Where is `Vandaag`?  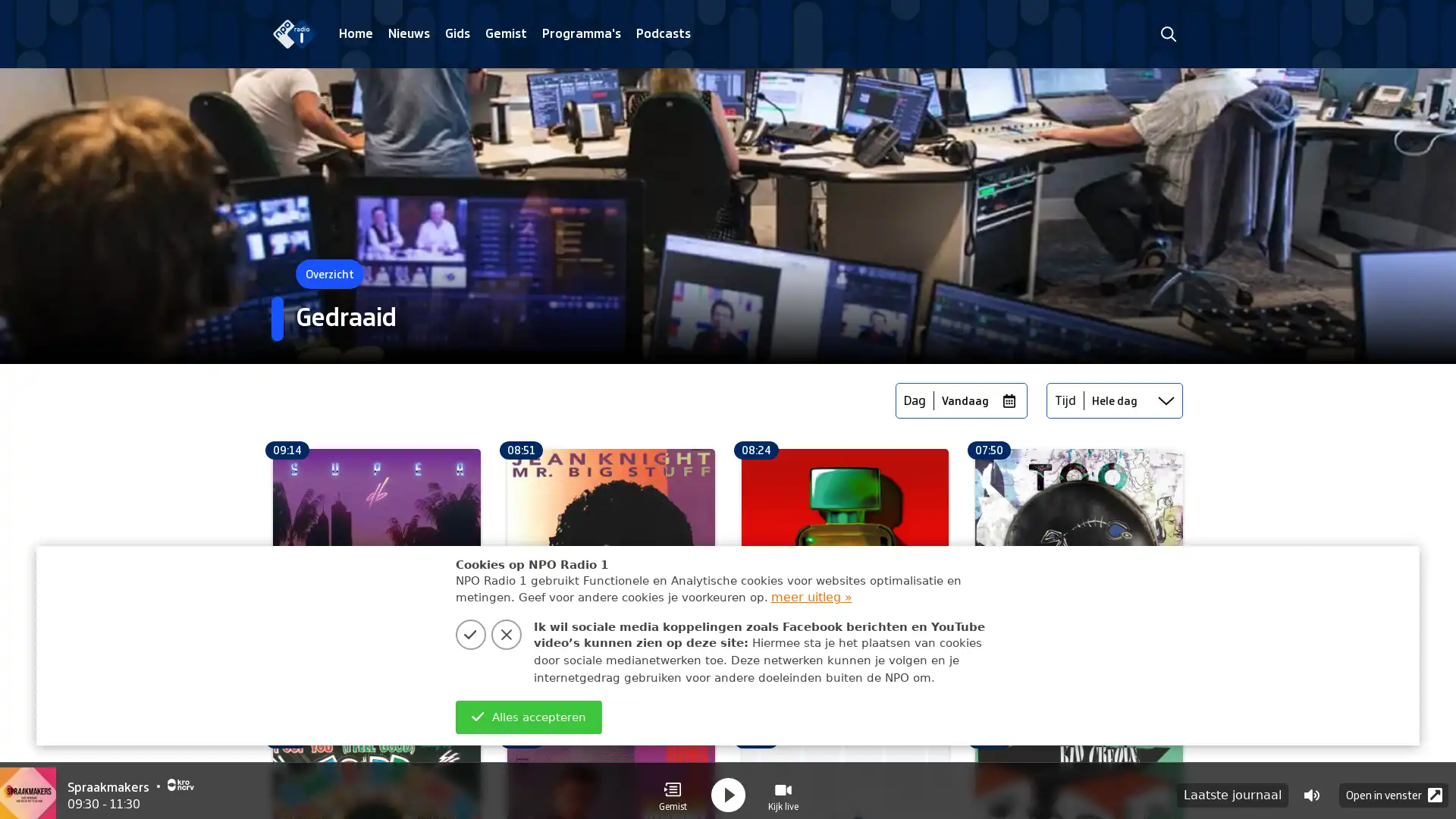
Vandaag is located at coordinates (980, 400).